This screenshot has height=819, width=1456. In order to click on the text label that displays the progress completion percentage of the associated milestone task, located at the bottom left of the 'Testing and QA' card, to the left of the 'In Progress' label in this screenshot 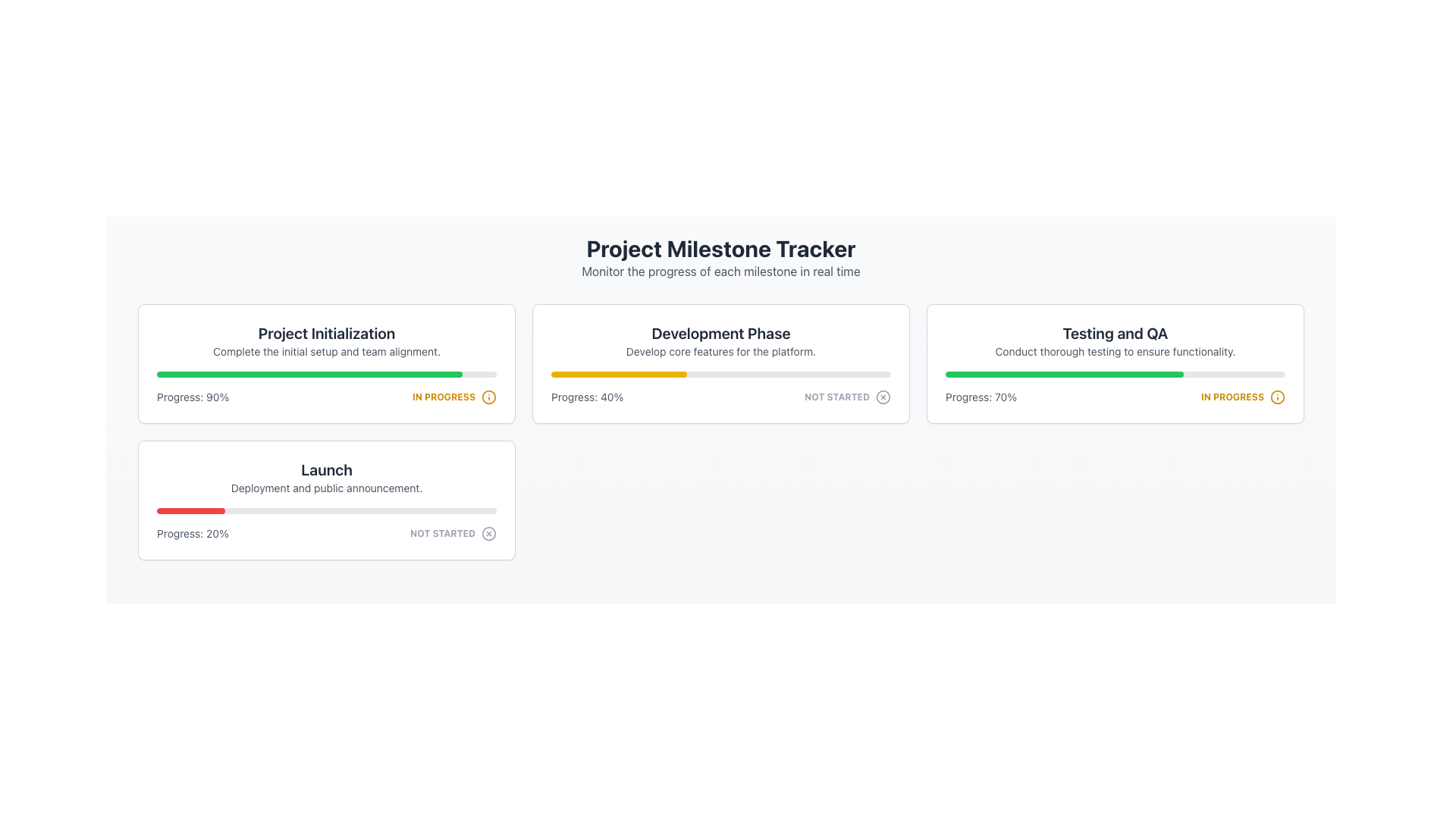, I will do `click(981, 397)`.